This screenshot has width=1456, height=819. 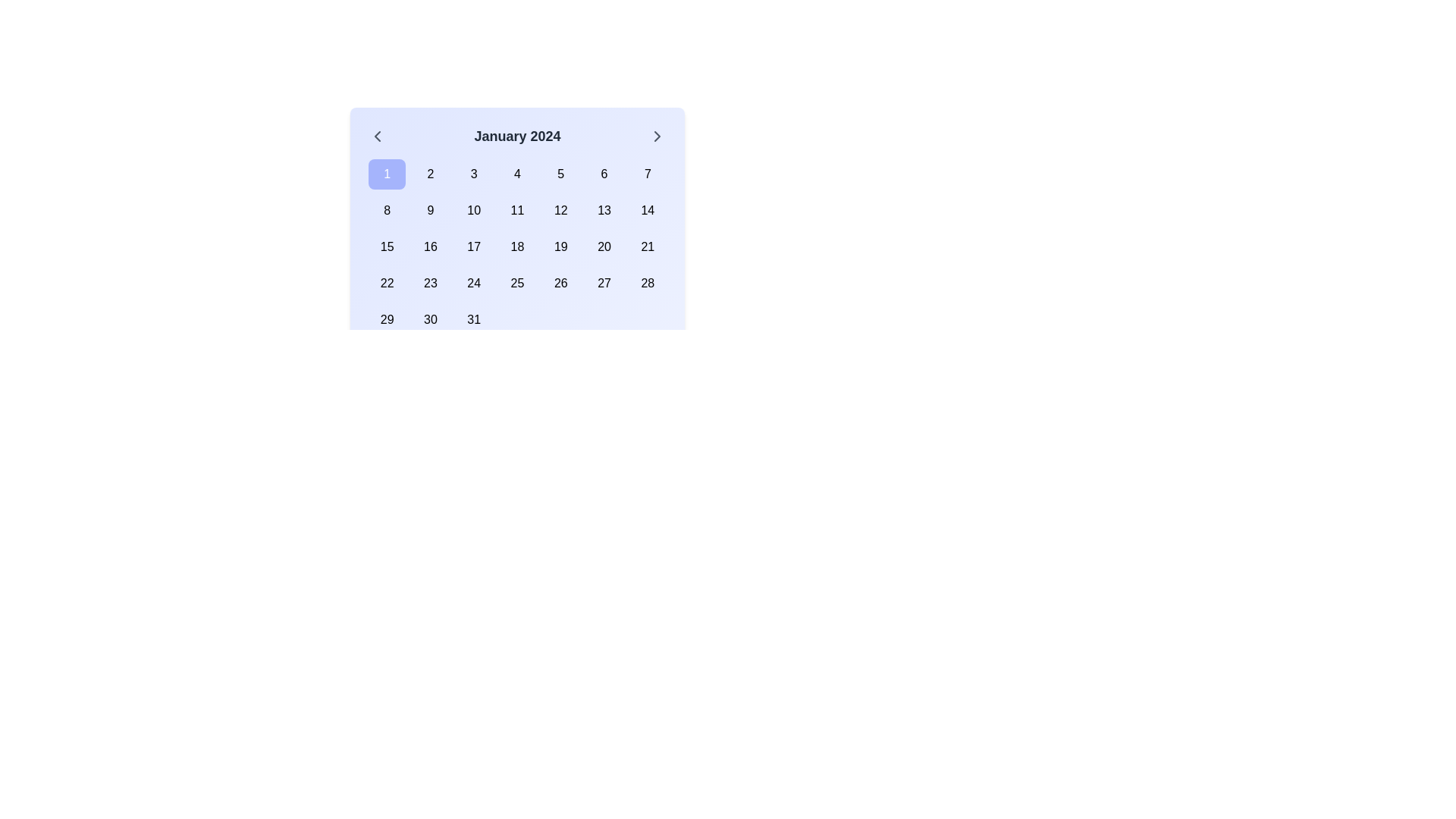 I want to click on the left-pointing chevron button with a thin gray outline located at the far left of the header bar in the January 2024 calendar interface, so click(x=378, y=136).